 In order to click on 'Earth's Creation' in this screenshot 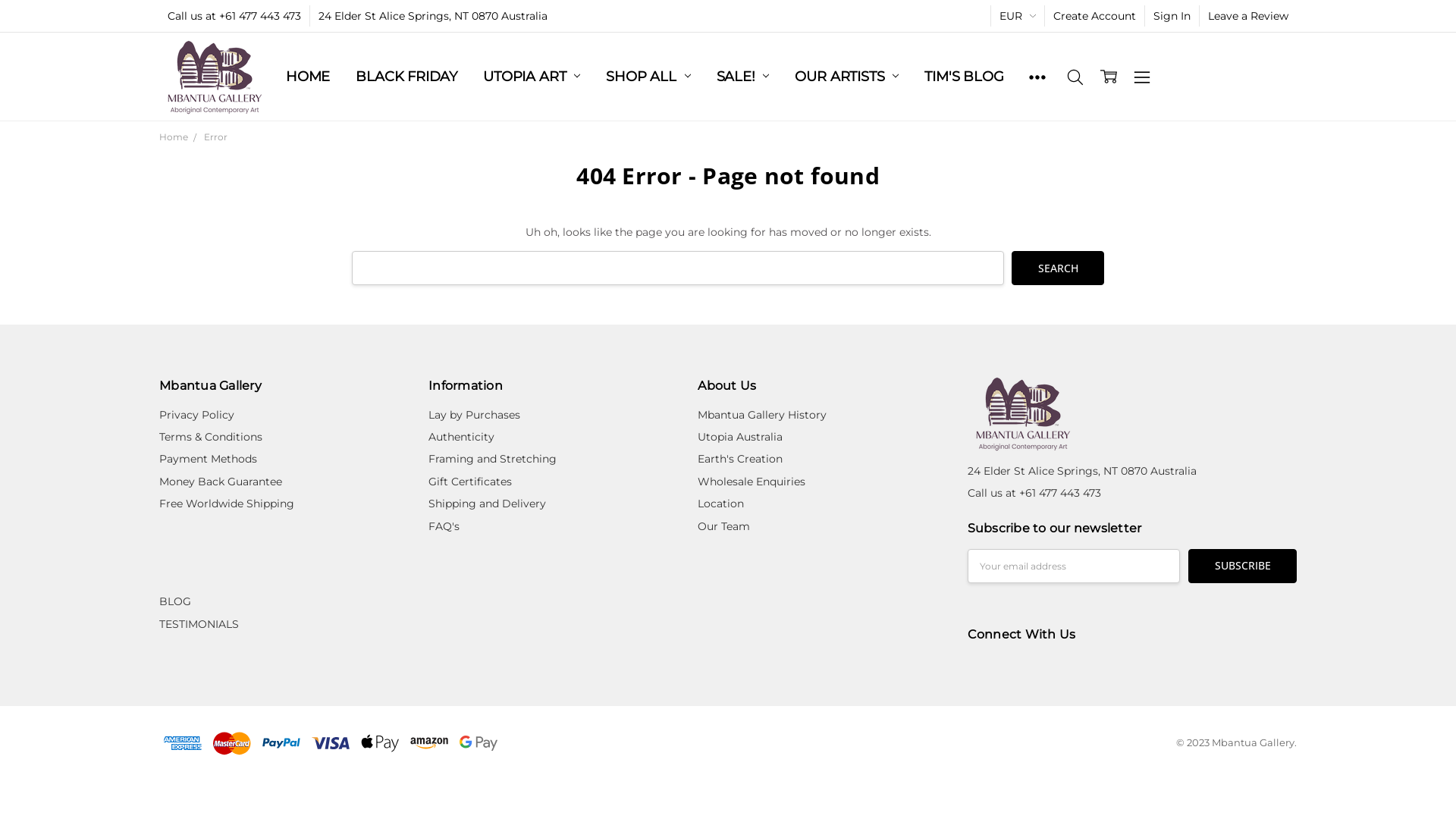, I will do `click(739, 458)`.